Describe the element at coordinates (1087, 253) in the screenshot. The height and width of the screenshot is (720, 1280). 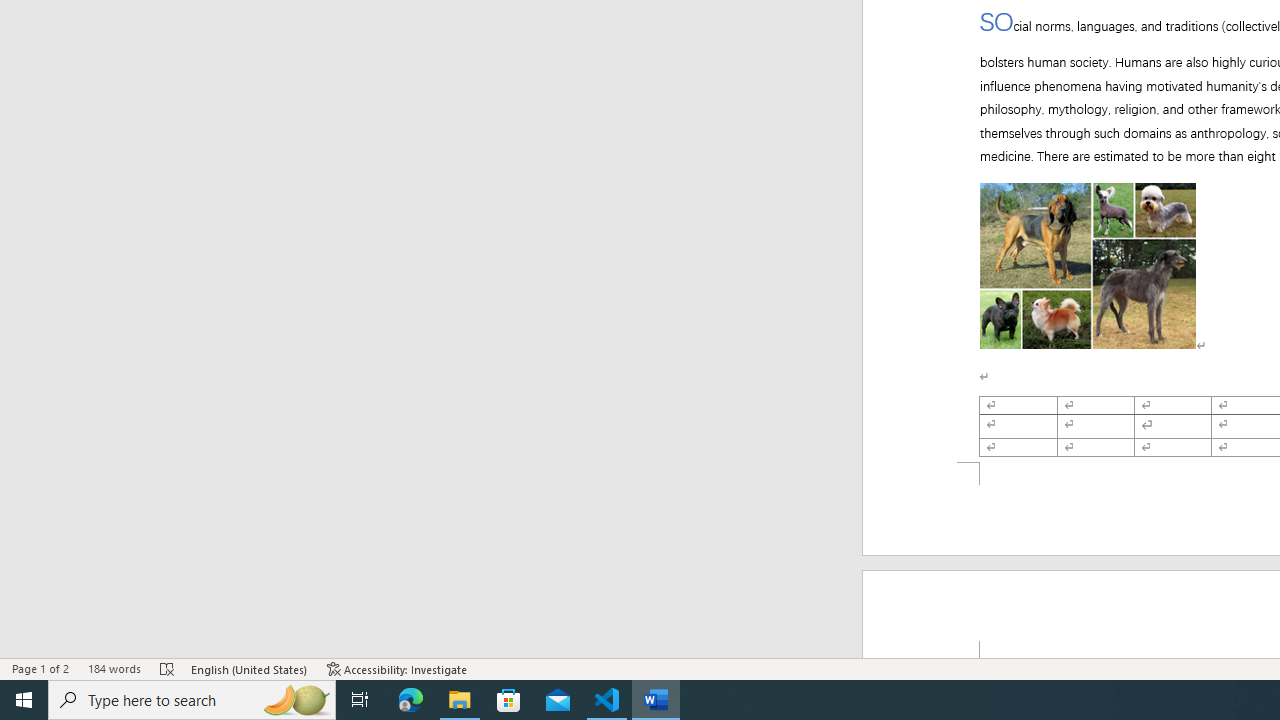
I see `'Morphological variation in six dogs'` at that location.